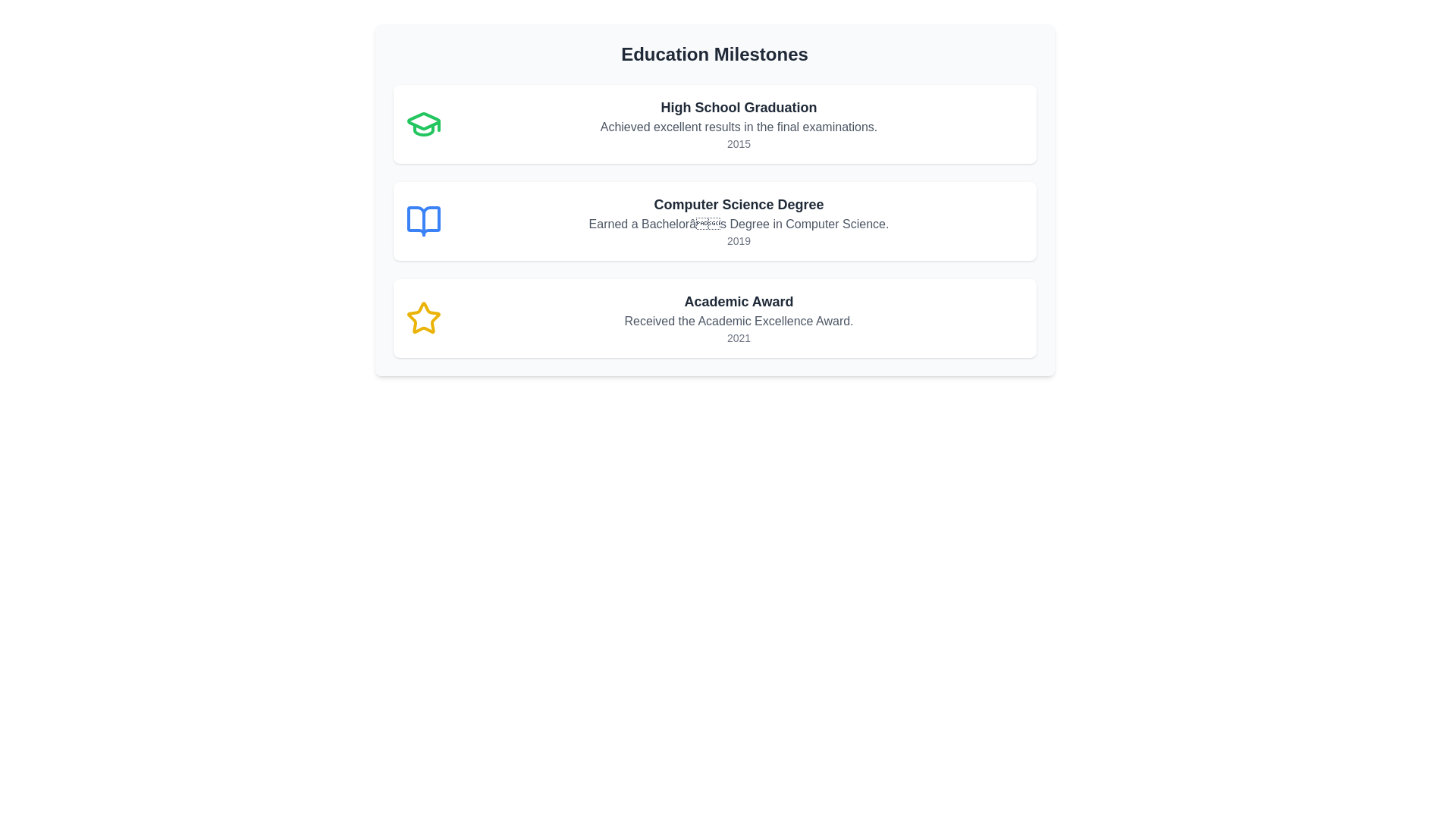 The image size is (1456, 819). Describe the element at coordinates (739, 127) in the screenshot. I see `the text label that reads 'Achieved excellent results in the final examinations.' which is positioned beneath the title 'High School Graduation' and above the year '2015'` at that location.